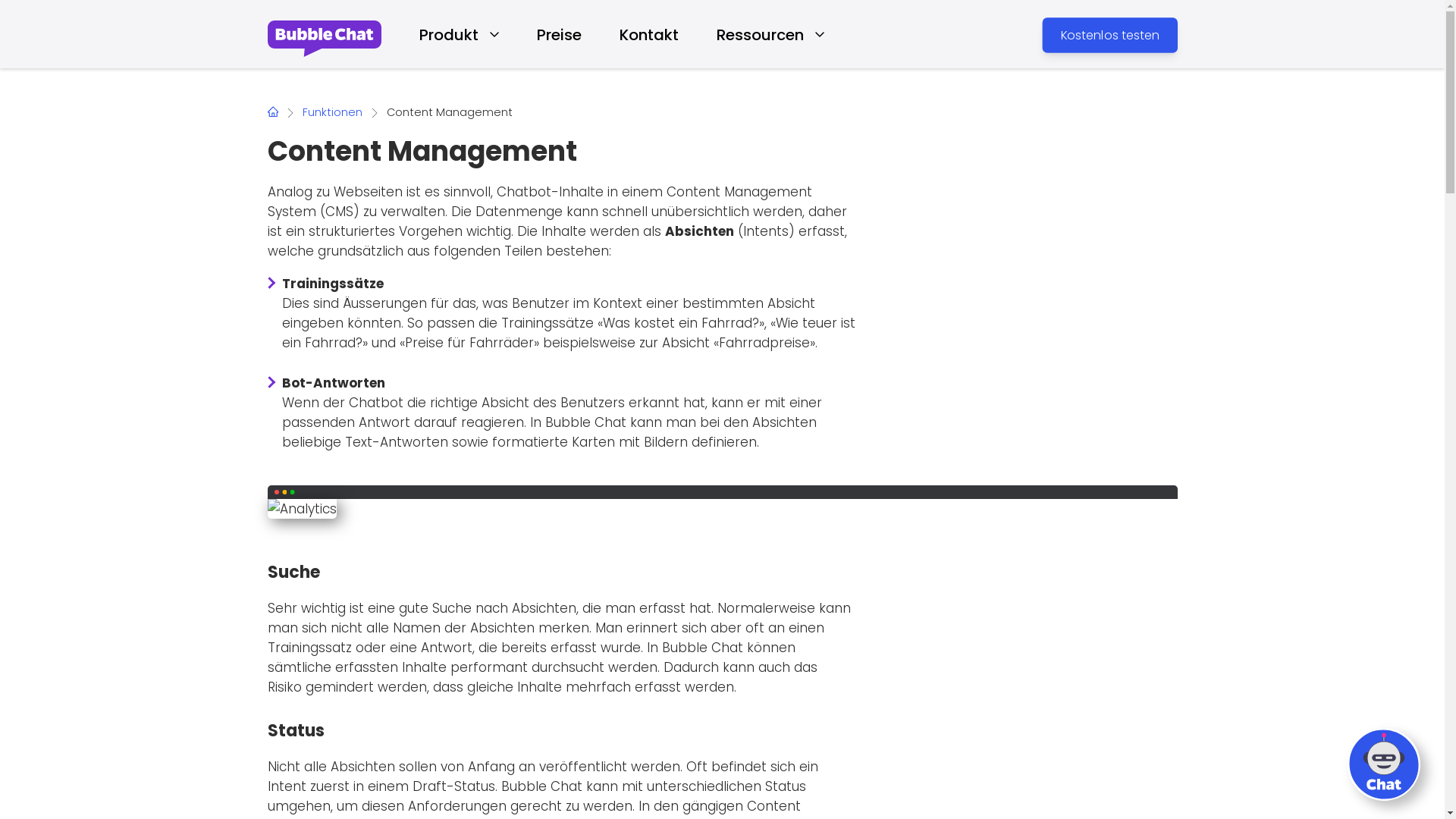 The height and width of the screenshot is (819, 1456). What do you see at coordinates (331, 111) in the screenshot?
I see `'Funktionen'` at bounding box center [331, 111].